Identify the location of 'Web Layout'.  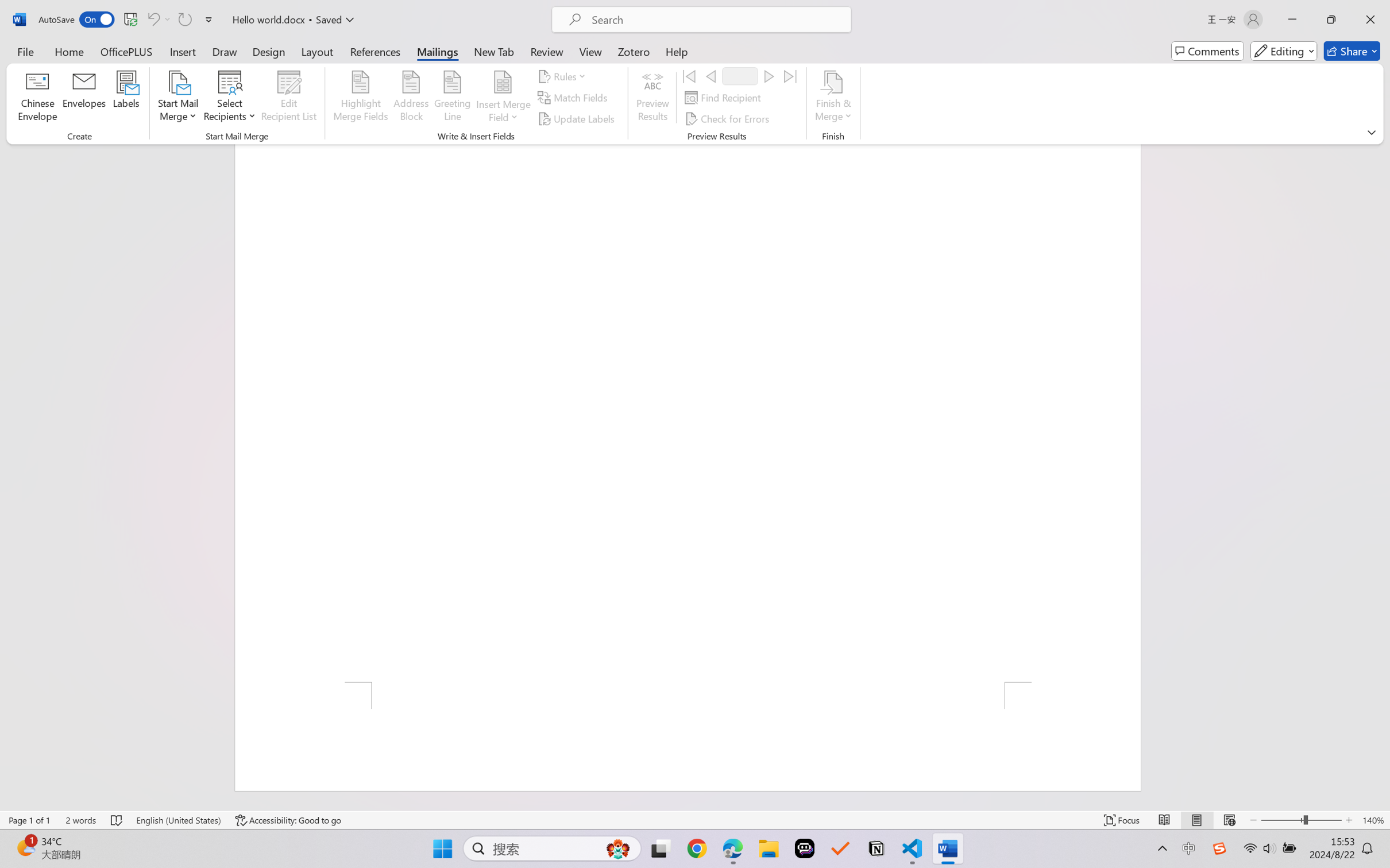
(1229, 820).